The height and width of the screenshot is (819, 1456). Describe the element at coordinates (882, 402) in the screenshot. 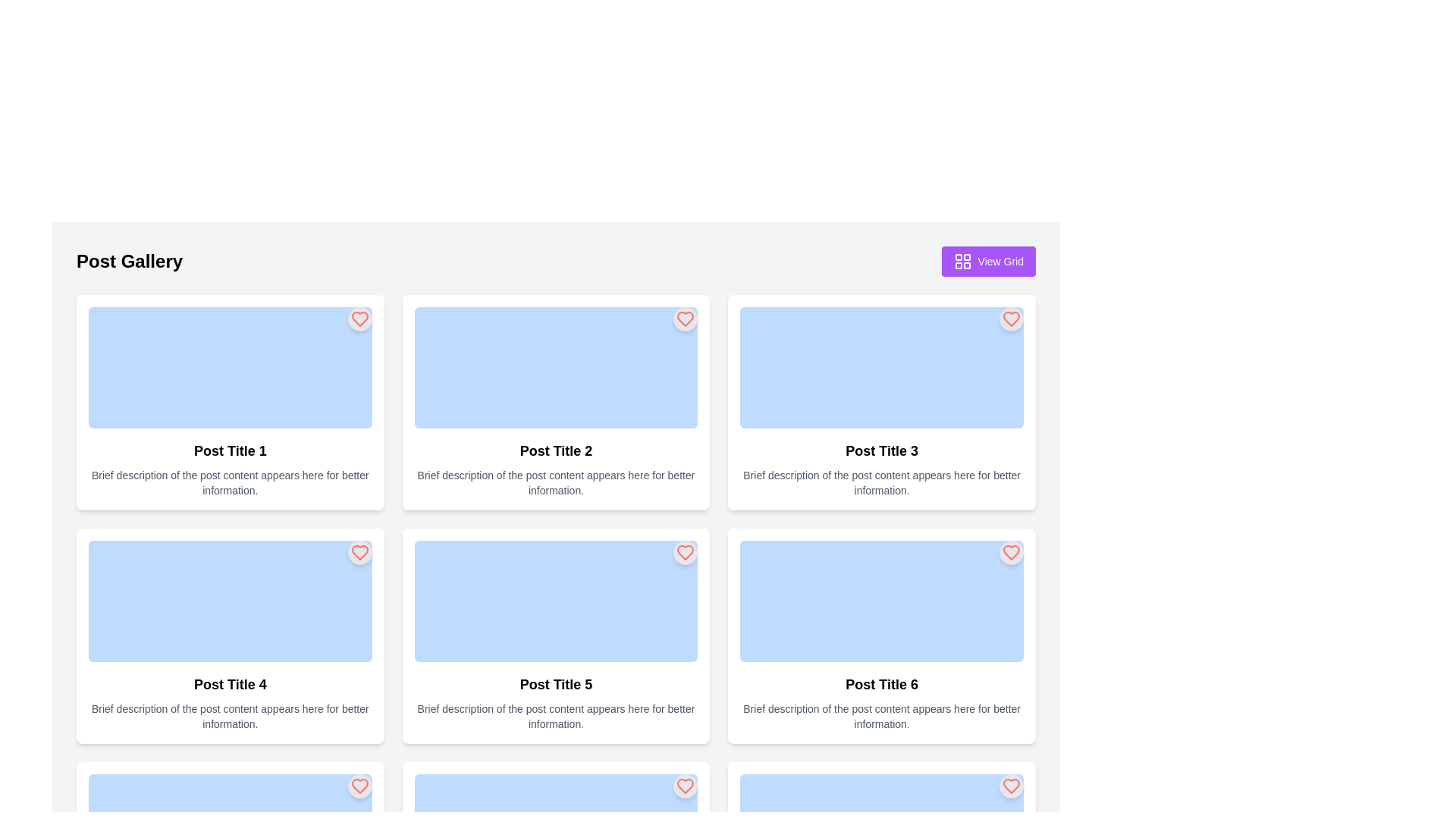

I see `the Card component in the top-right section of the grid layout, which features a white background, a light blue image placeholder, and the title 'Post Title 3'` at that location.